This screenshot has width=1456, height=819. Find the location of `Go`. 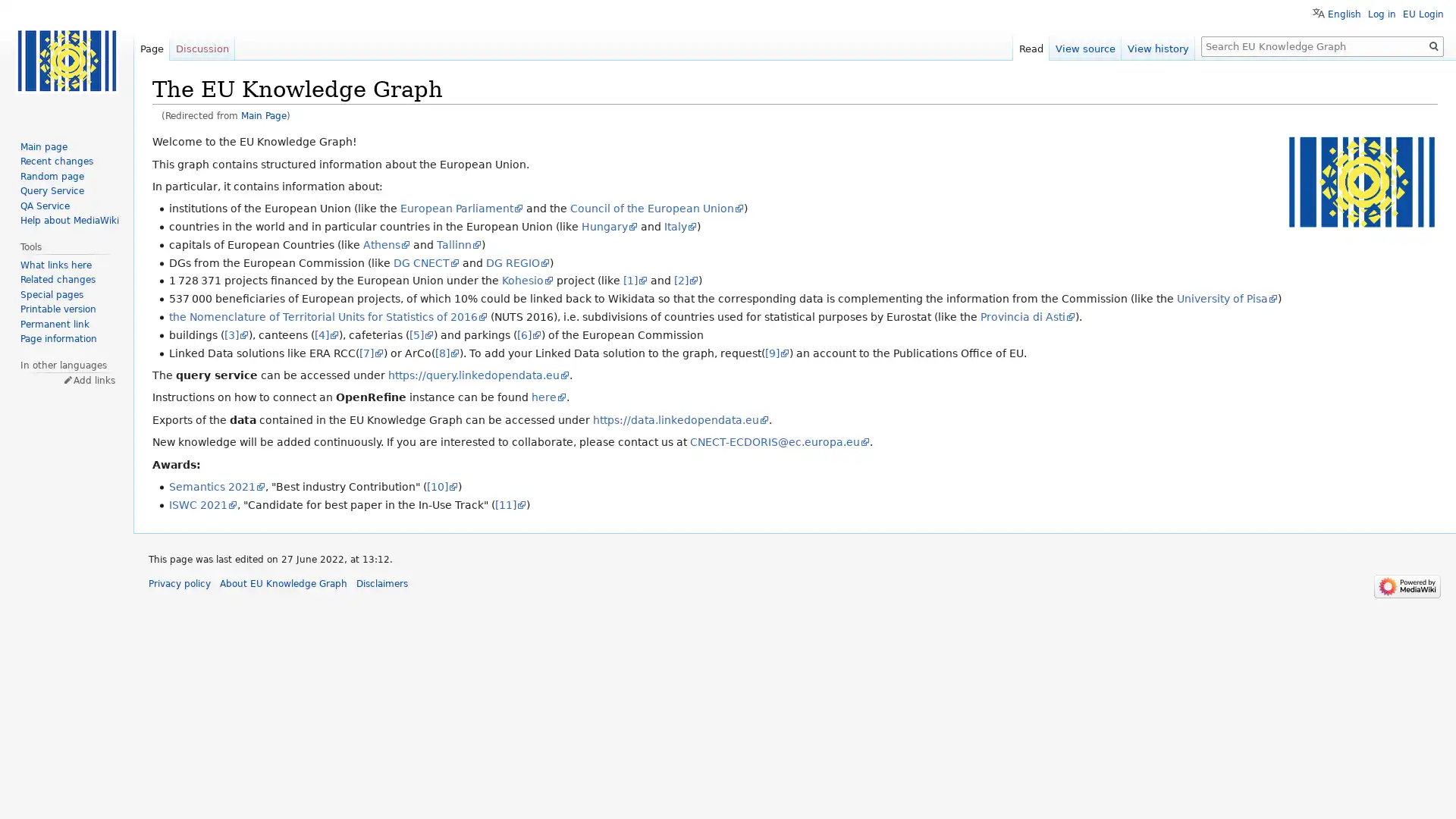

Go is located at coordinates (1433, 45).